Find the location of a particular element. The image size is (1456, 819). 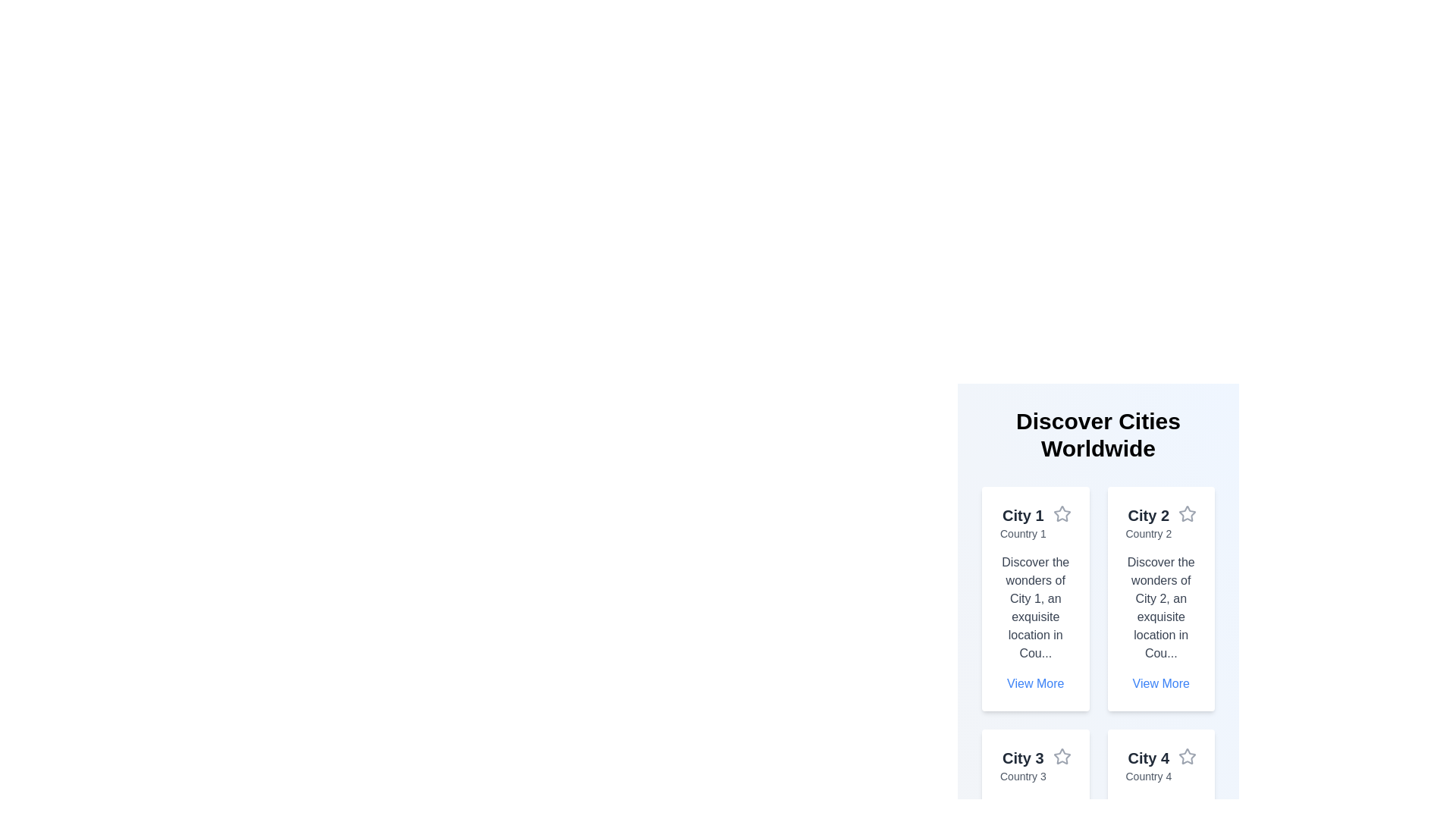

the text label representing a specific city and its country, located in the leftmost cell of the second row in a grid layout, directly below 'City 1' and 'City 2' is located at coordinates (1023, 766).